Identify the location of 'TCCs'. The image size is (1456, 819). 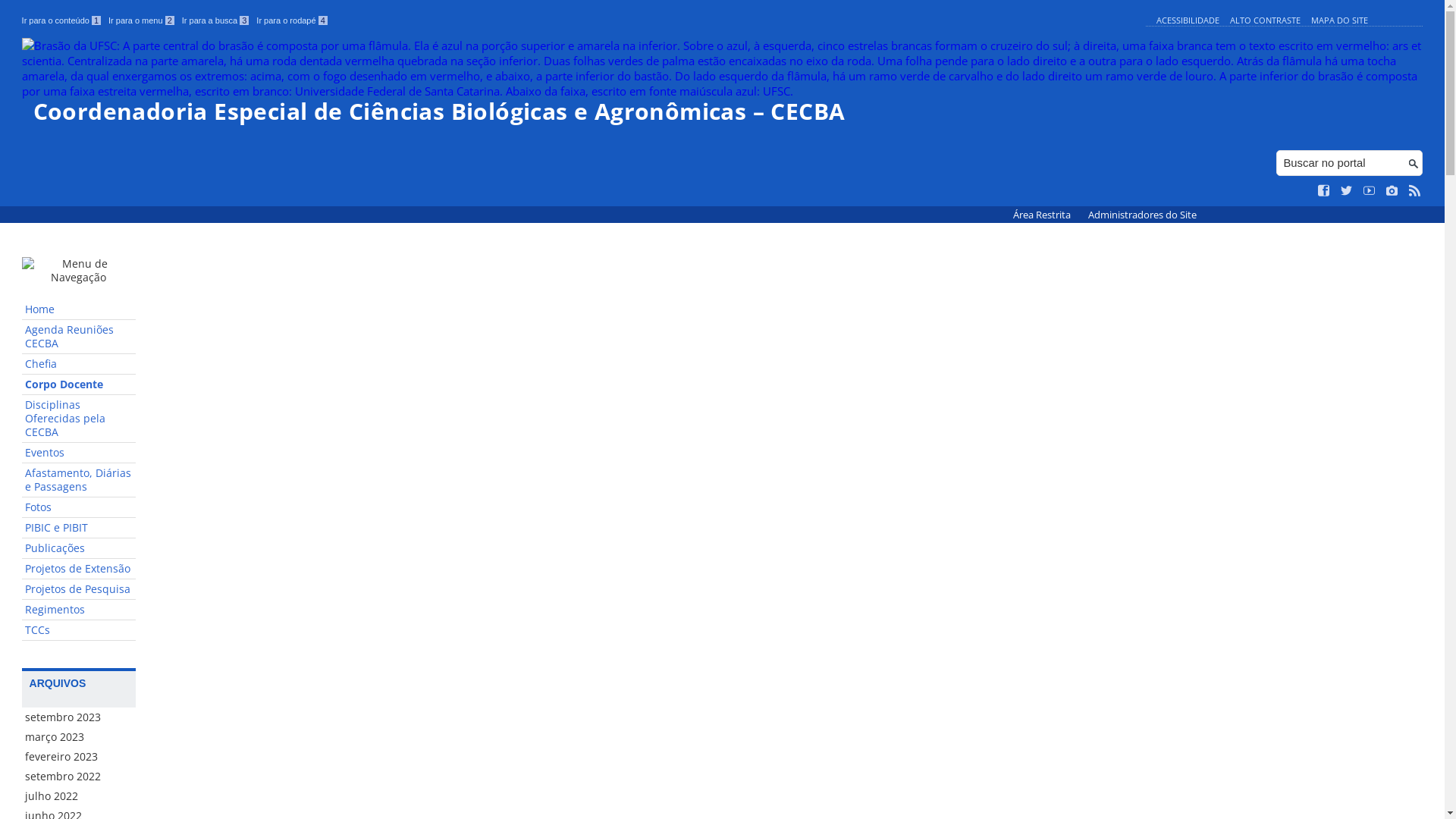
(78, 630).